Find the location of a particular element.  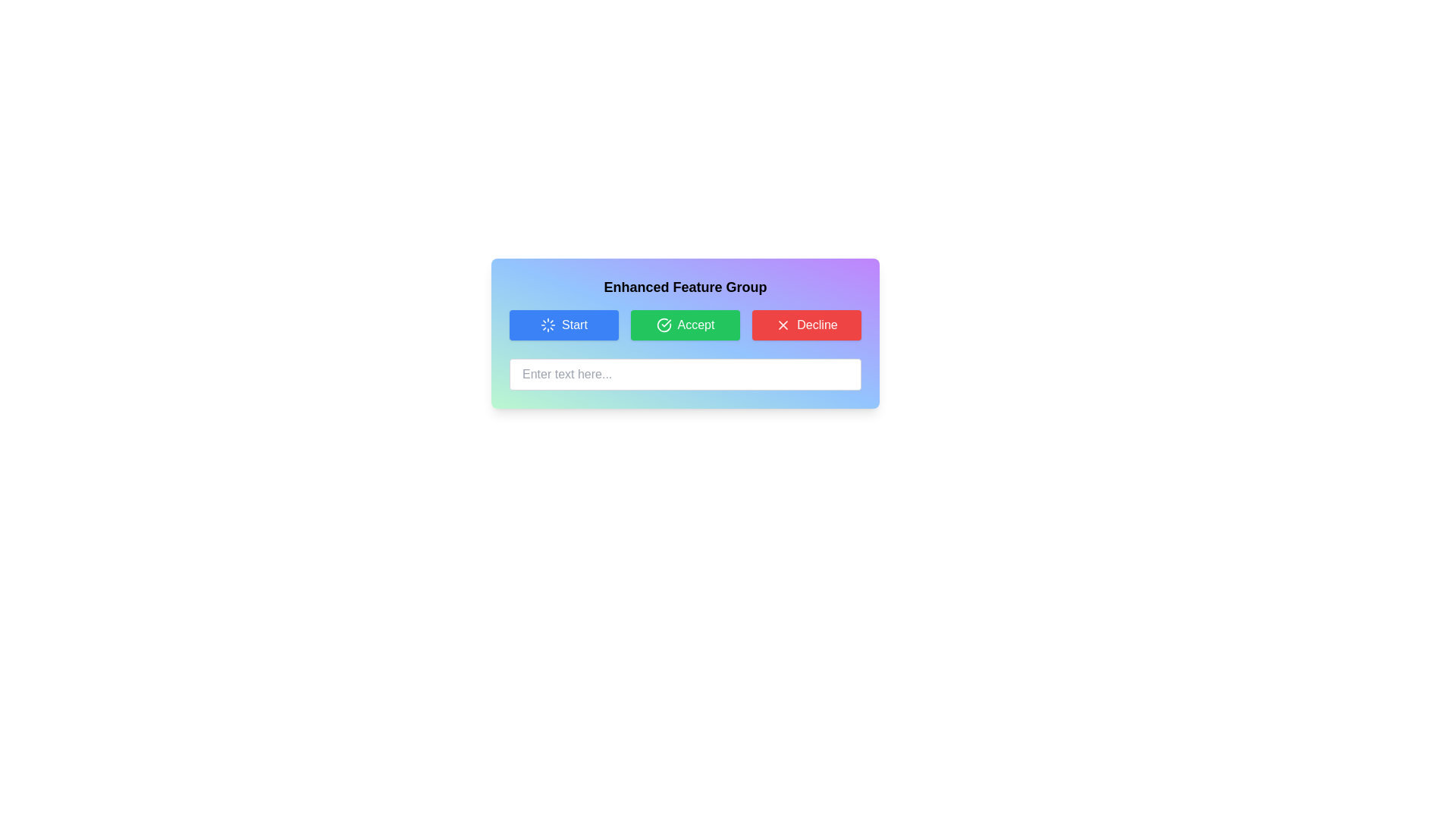

the 'Start' button which has a blue background, white text, and a spinning loader icon is located at coordinates (563, 324).